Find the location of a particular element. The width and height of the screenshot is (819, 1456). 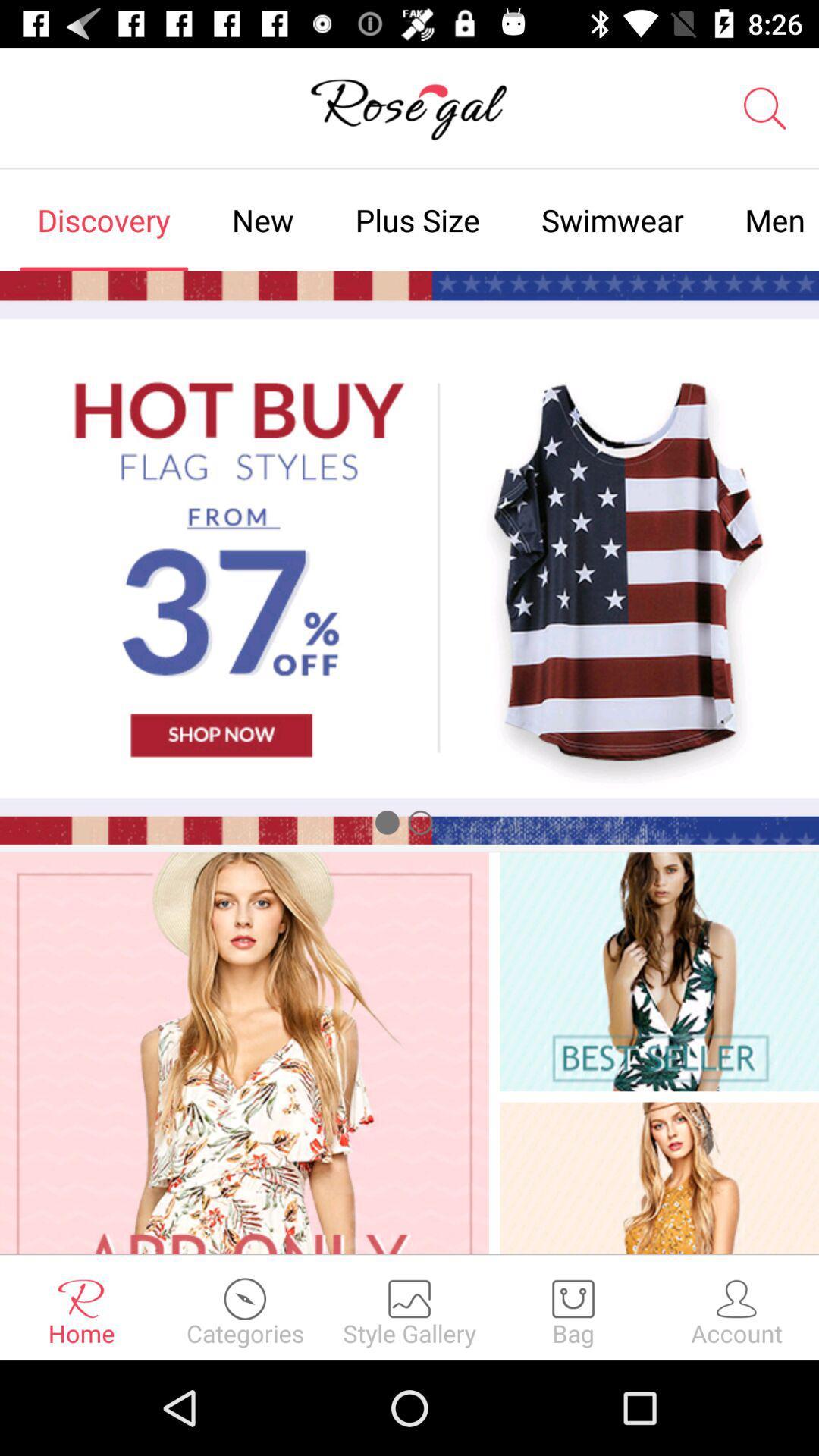

categories with the icon is located at coordinates (245, 1307).